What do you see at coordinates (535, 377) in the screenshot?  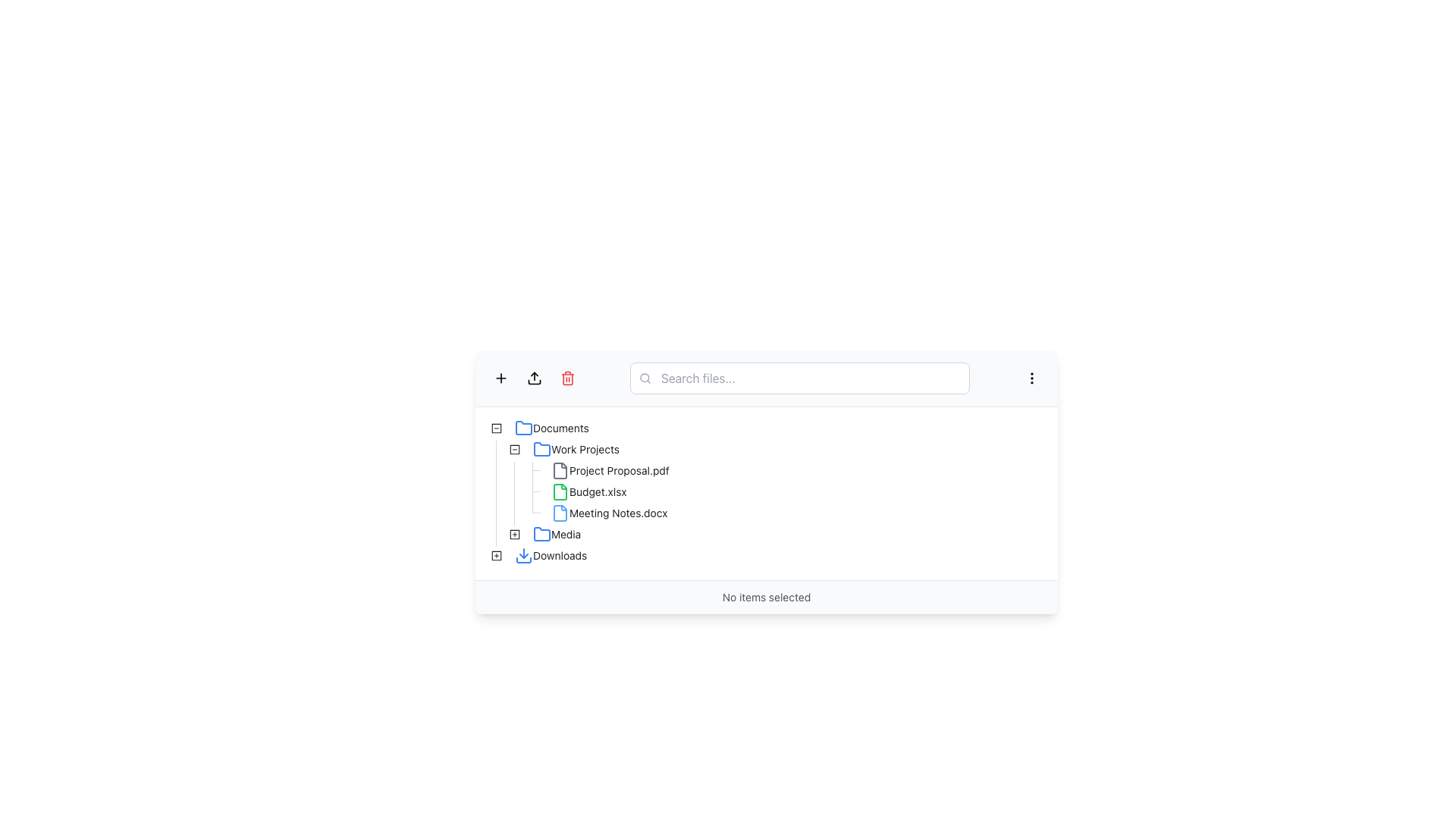 I see `the upload button located between the plus icon on the left and the trash icon on the right` at bounding box center [535, 377].